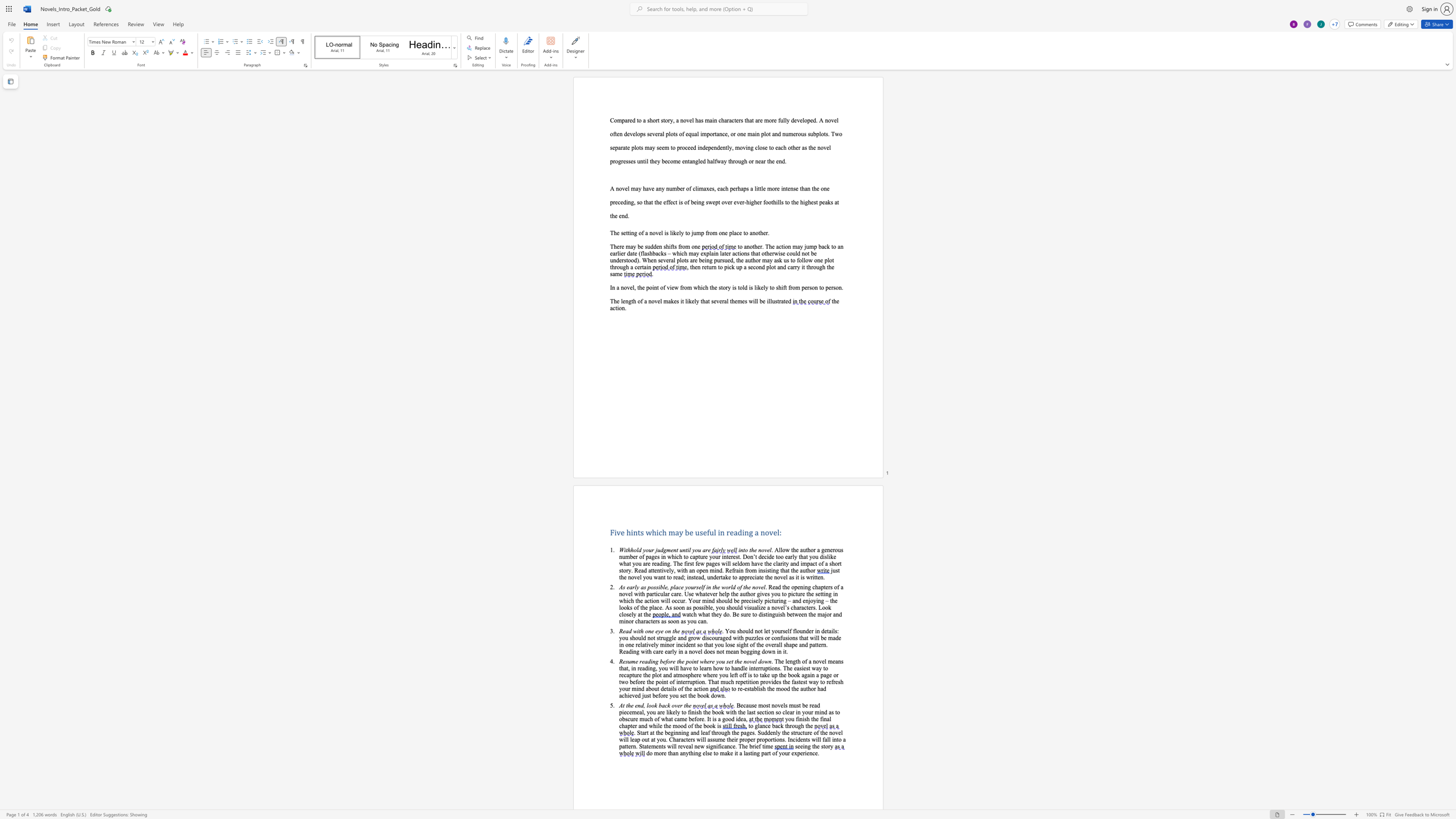  What do you see at coordinates (740, 549) in the screenshot?
I see `the space between the continuous character "i" and "n" in the text` at bounding box center [740, 549].